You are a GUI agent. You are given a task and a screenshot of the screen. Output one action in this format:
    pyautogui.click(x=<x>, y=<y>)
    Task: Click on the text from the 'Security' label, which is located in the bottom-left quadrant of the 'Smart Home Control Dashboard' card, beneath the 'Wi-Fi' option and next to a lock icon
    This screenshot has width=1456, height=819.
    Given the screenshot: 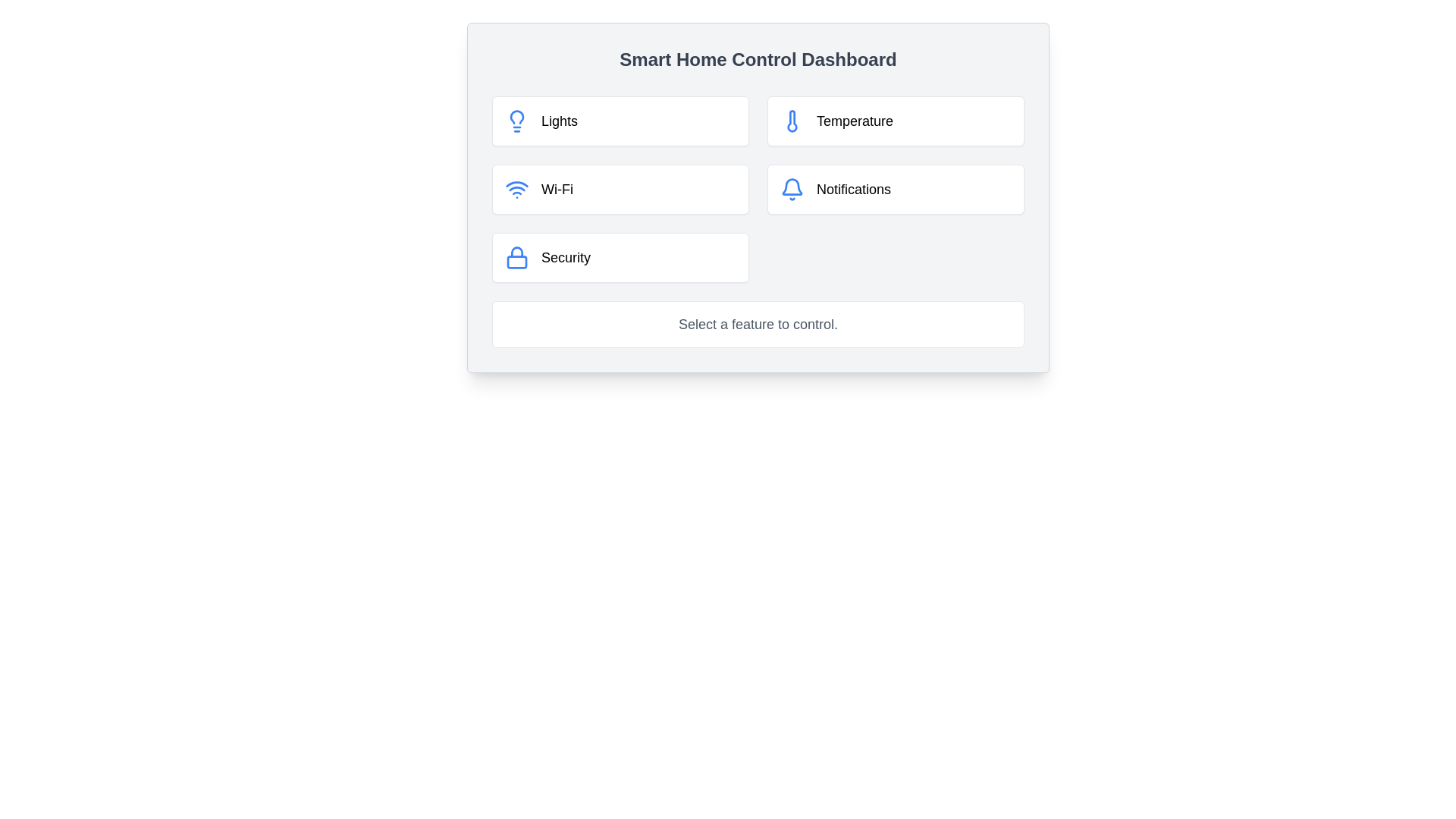 What is the action you would take?
    pyautogui.click(x=565, y=256)
    